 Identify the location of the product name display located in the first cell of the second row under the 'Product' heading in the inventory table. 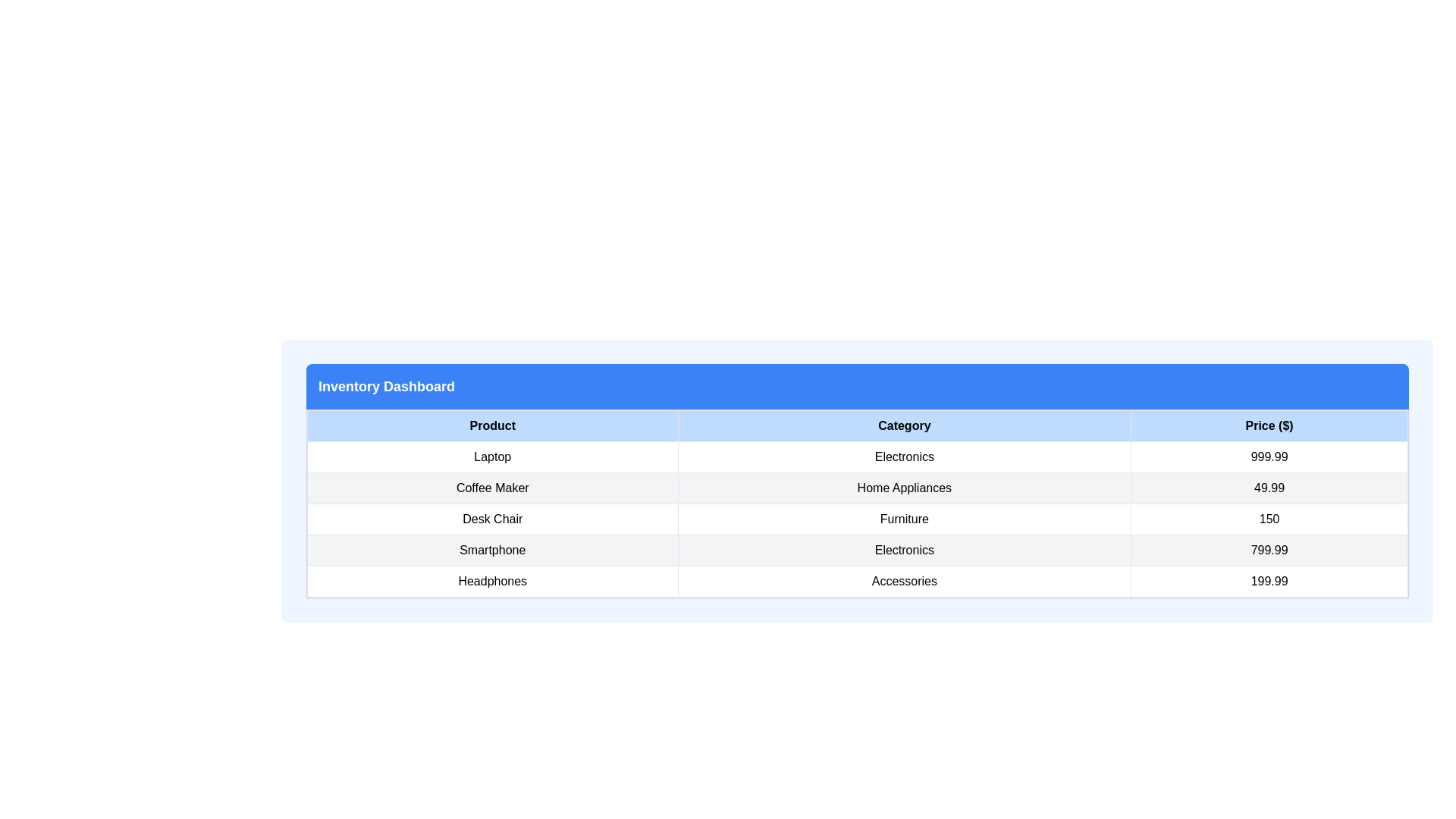
(492, 488).